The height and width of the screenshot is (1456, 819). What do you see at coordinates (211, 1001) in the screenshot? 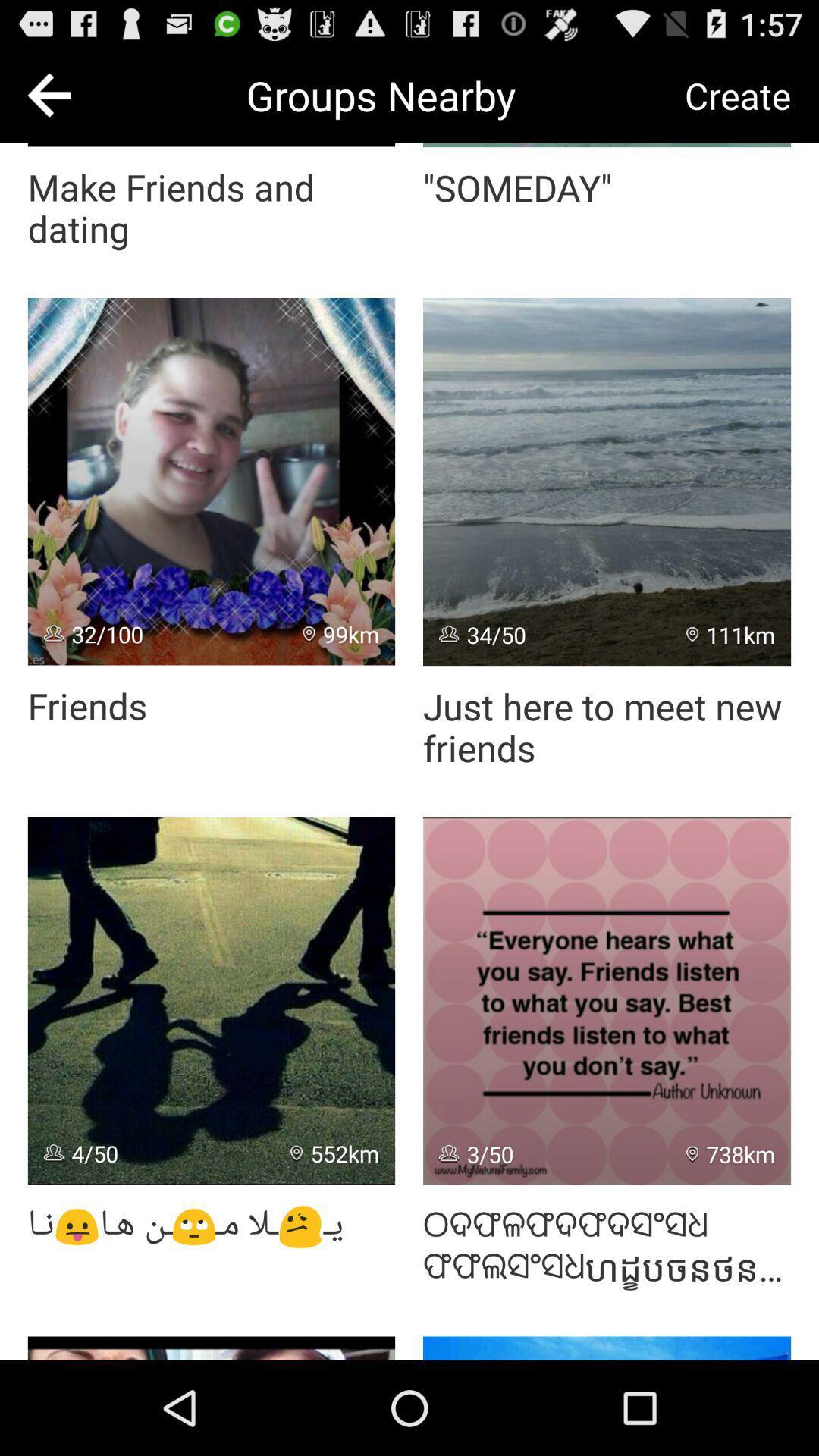
I see `the third image of the page` at bounding box center [211, 1001].